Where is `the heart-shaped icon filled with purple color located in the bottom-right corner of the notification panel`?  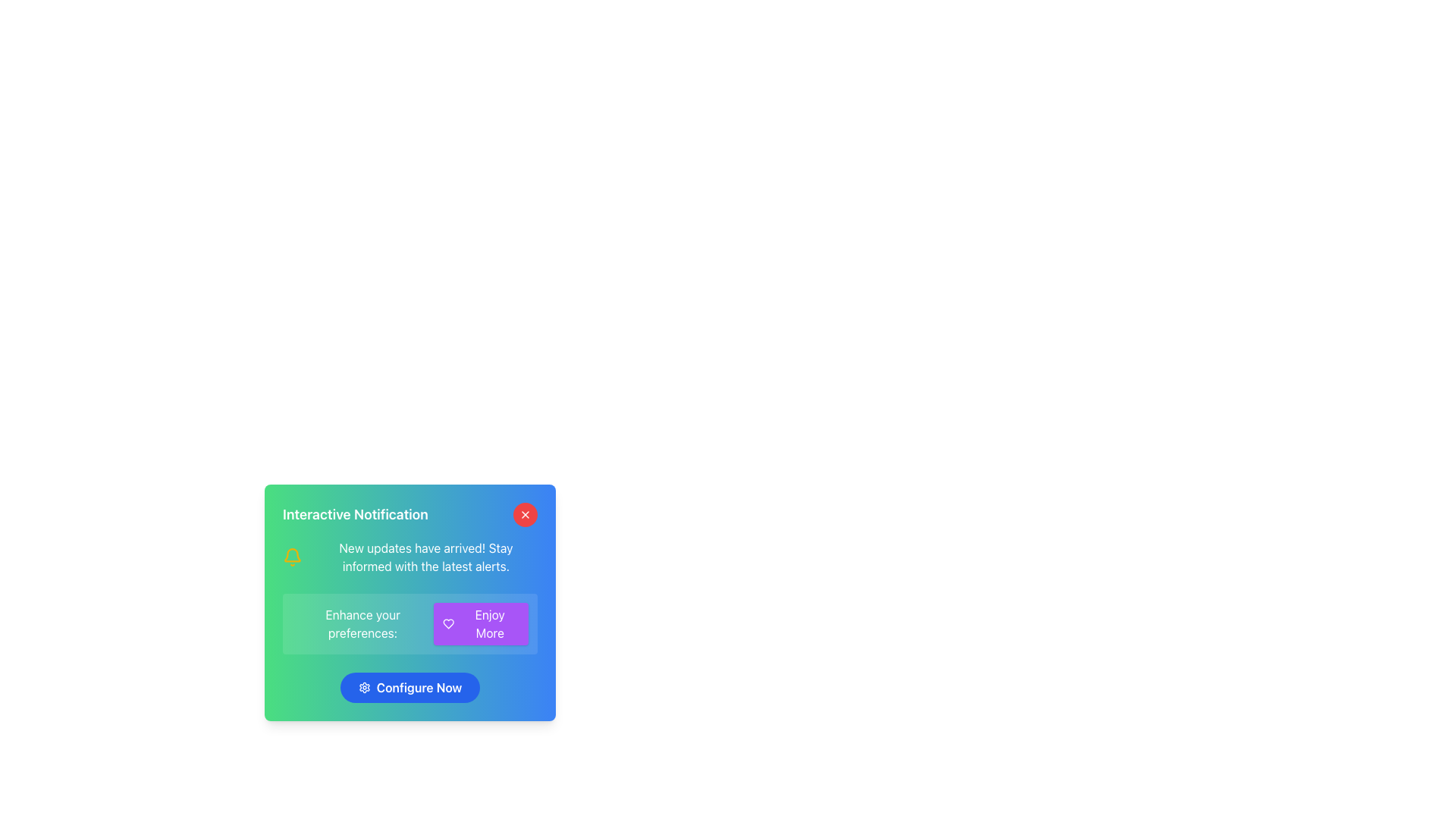 the heart-shaped icon filled with purple color located in the bottom-right corner of the notification panel is located at coordinates (447, 623).